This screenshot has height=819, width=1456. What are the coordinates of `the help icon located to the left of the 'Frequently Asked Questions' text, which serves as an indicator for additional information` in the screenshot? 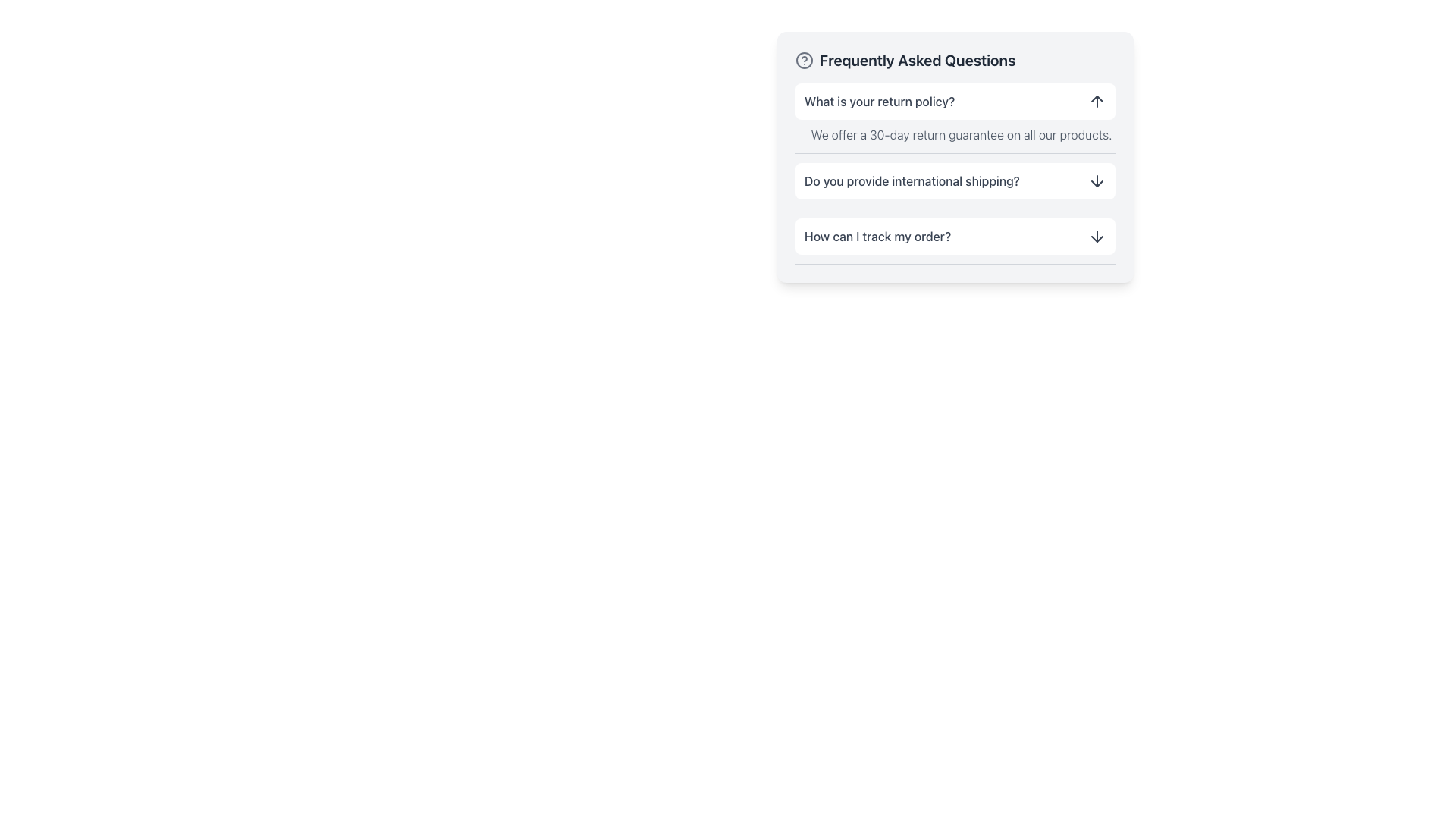 It's located at (803, 60).